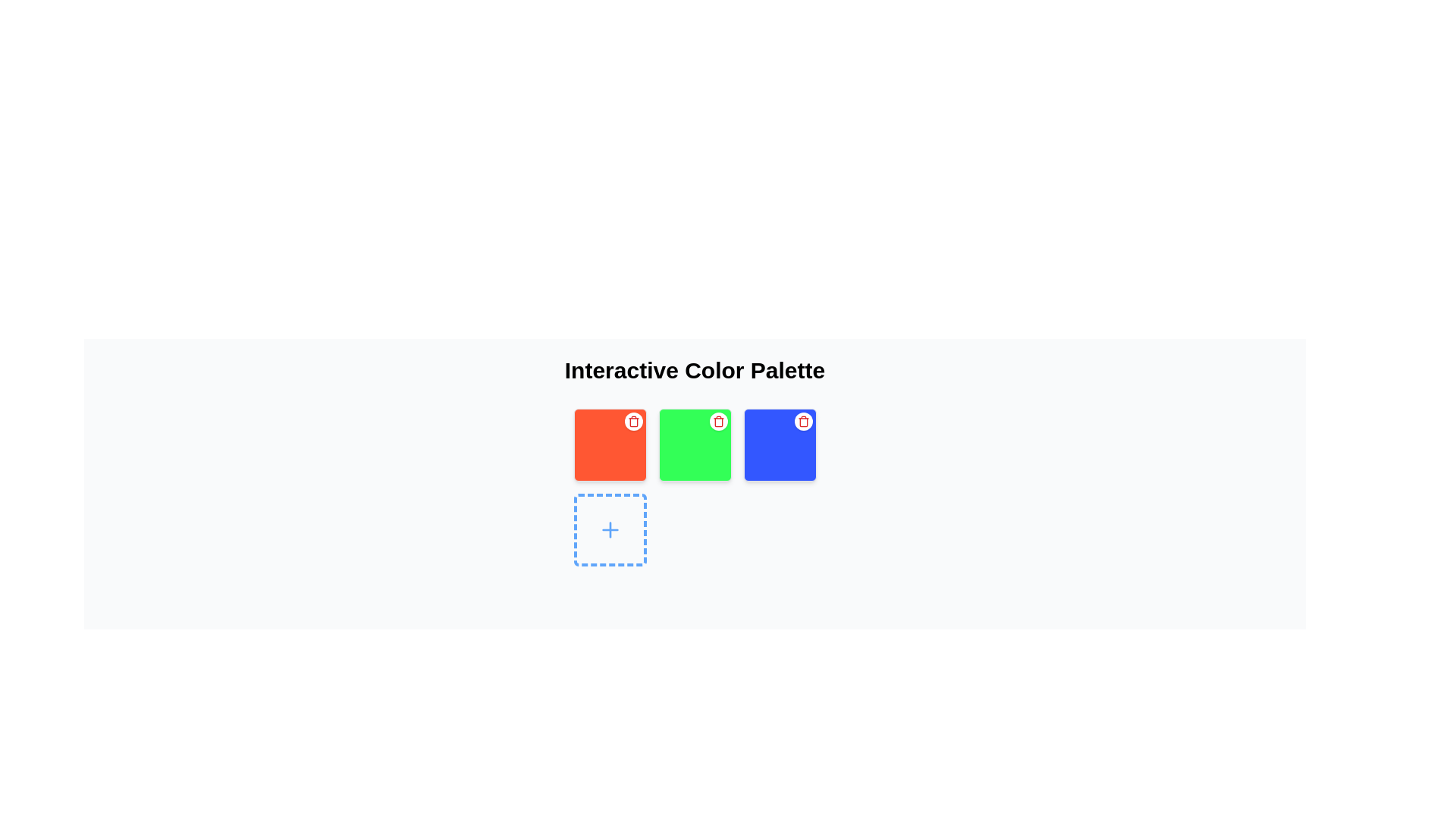  What do you see at coordinates (633, 421) in the screenshot?
I see `the rounded button located at the top-right corner of the vibrant red square box` at bounding box center [633, 421].